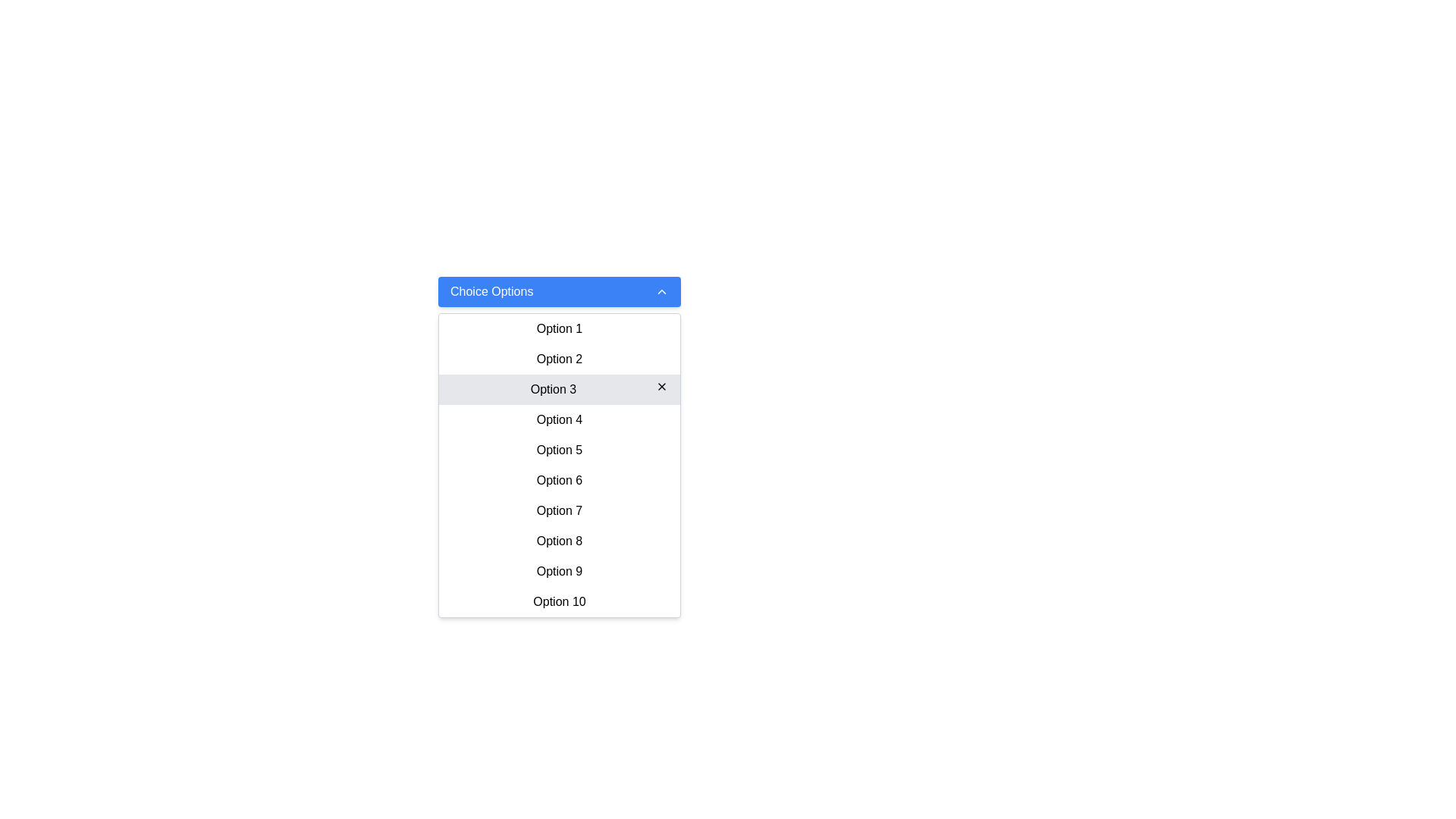 The height and width of the screenshot is (819, 1456). I want to click on the text label displaying 'Option 9', so click(559, 571).